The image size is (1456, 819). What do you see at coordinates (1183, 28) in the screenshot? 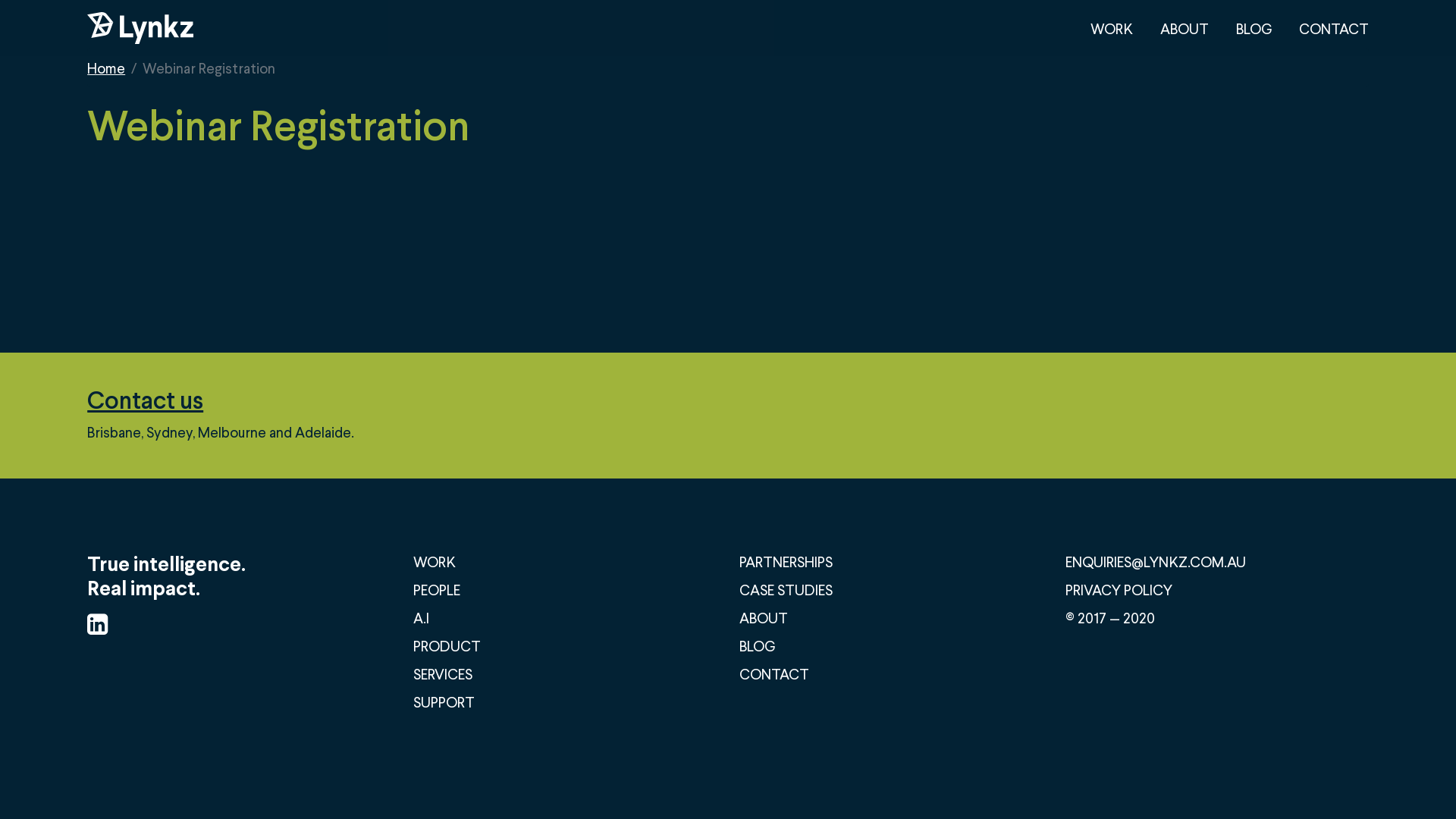
I see `'ABOUT'` at bounding box center [1183, 28].